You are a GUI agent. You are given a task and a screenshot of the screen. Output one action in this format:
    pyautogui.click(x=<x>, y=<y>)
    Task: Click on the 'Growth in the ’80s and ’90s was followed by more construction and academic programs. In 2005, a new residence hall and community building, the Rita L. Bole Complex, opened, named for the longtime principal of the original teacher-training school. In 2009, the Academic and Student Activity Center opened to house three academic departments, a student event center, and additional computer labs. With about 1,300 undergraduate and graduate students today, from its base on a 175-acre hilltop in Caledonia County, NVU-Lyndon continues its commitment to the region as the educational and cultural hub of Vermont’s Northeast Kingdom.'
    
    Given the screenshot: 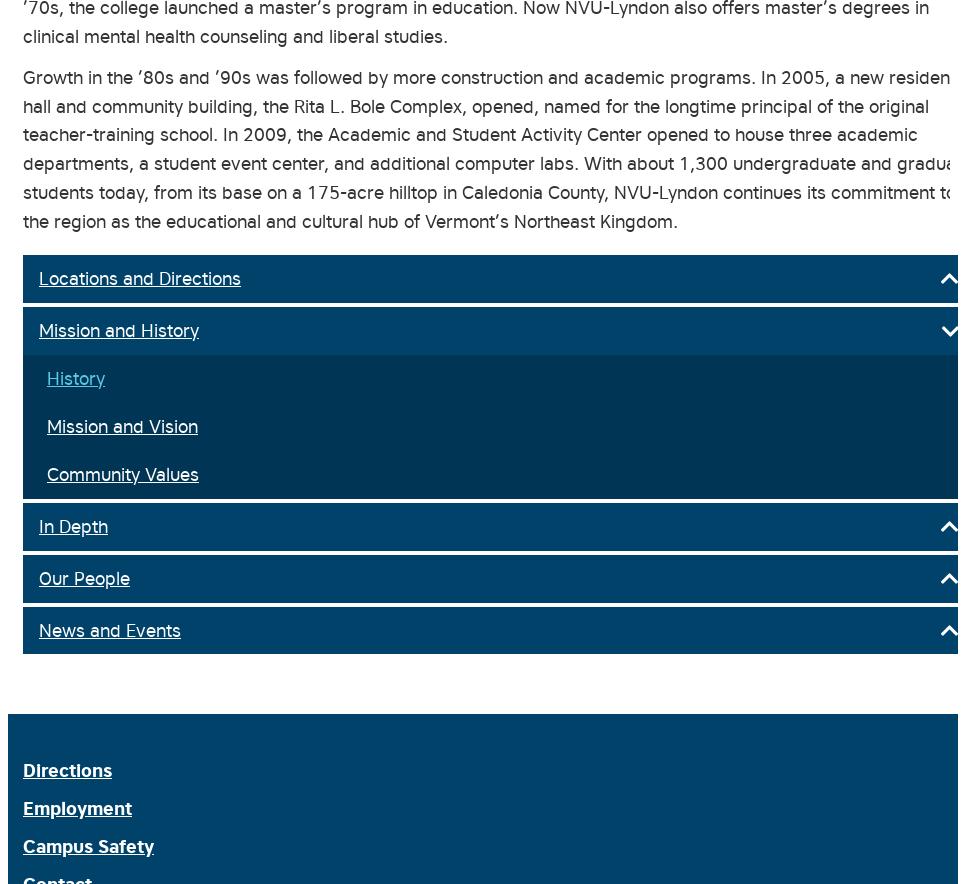 What is the action you would take?
    pyautogui.click(x=497, y=148)
    